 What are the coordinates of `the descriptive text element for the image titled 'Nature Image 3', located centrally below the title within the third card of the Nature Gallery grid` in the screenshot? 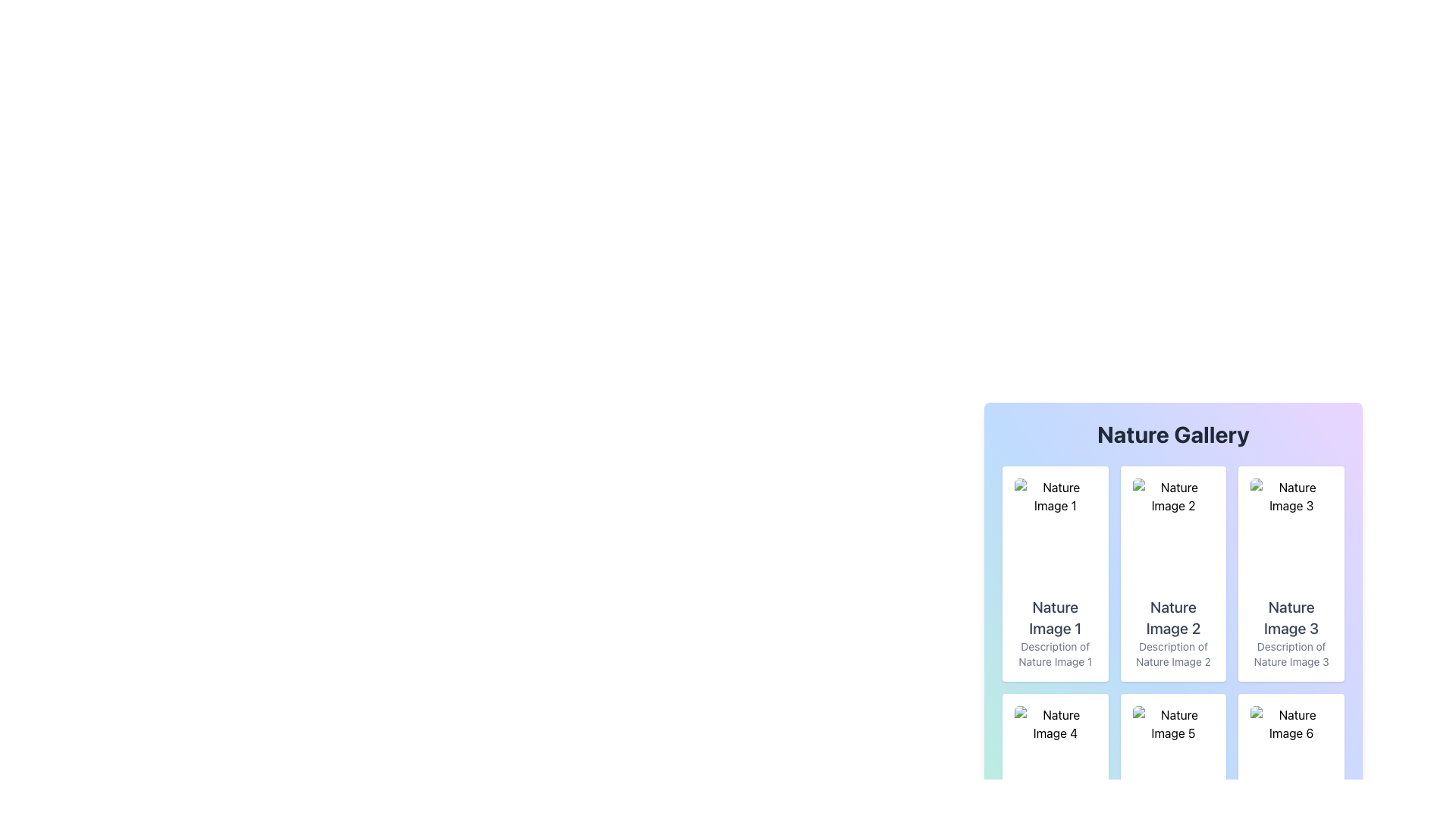 It's located at (1291, 654).